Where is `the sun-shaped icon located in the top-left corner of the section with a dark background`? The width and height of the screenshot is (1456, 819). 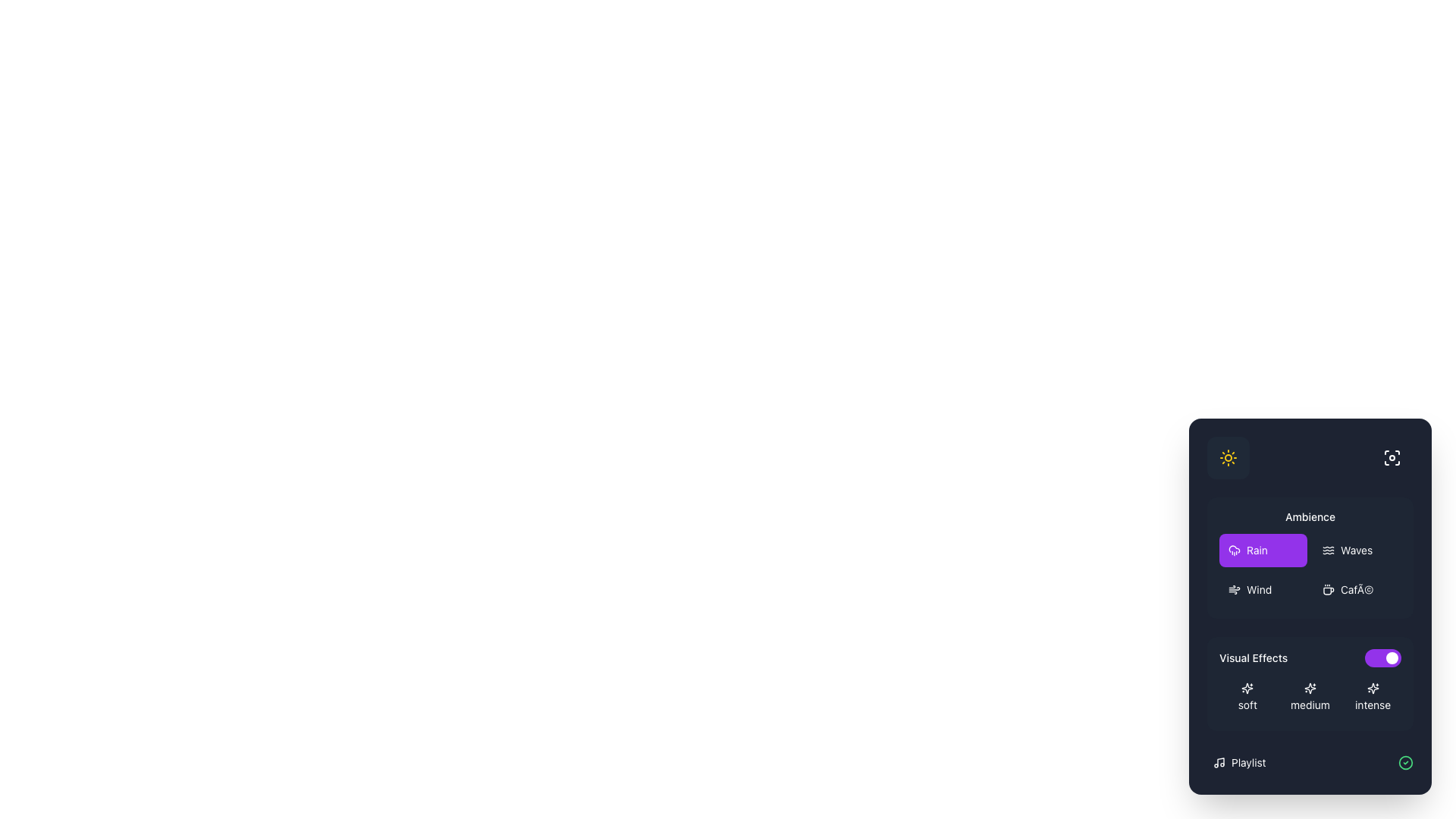
the sun-shaped icon located in the top-left corner of the section with a dark background is located at coordinates (1228, 457).